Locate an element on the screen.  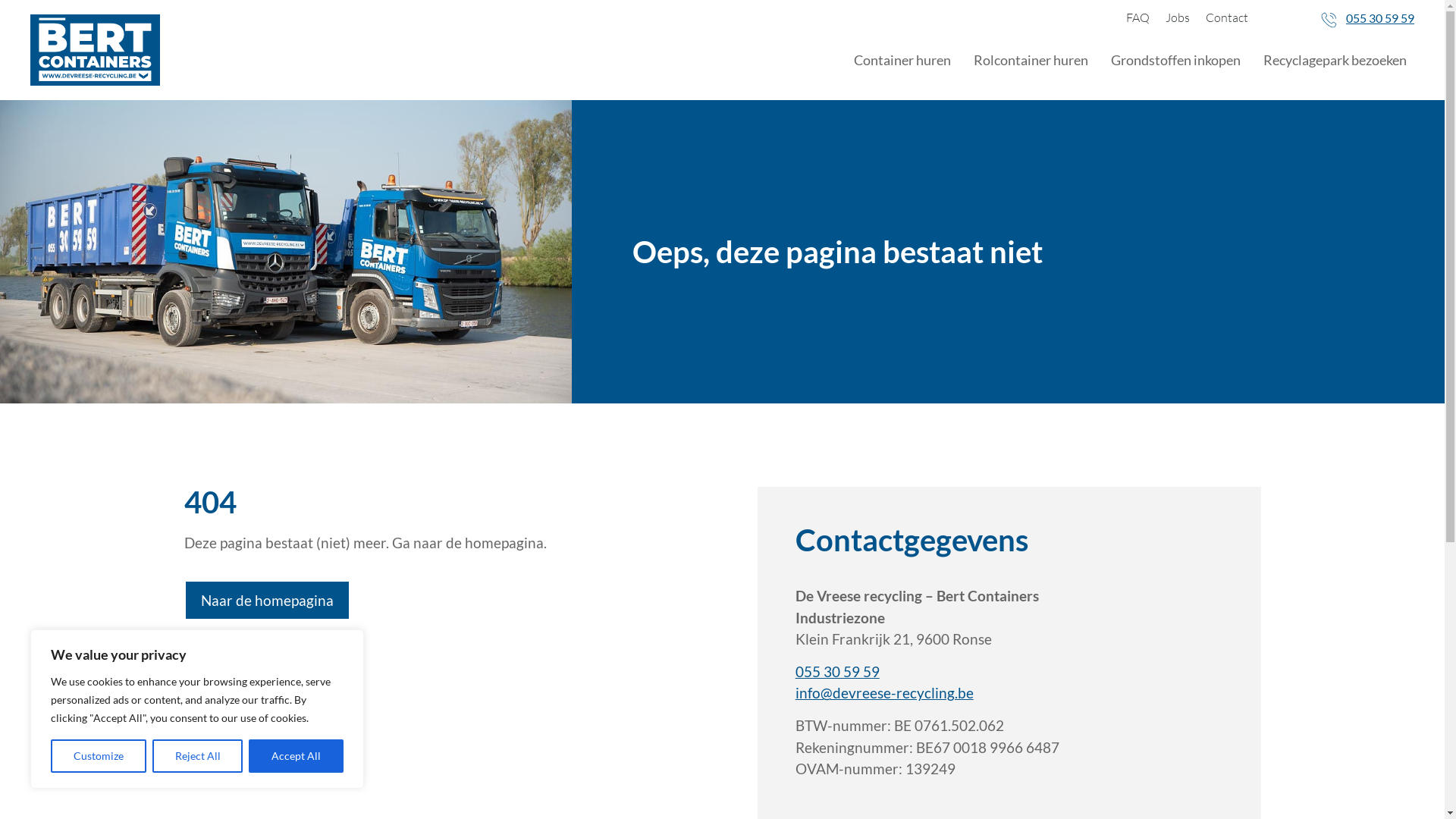
'Rolcontainer huren' is located at coordinates (1031, 58).